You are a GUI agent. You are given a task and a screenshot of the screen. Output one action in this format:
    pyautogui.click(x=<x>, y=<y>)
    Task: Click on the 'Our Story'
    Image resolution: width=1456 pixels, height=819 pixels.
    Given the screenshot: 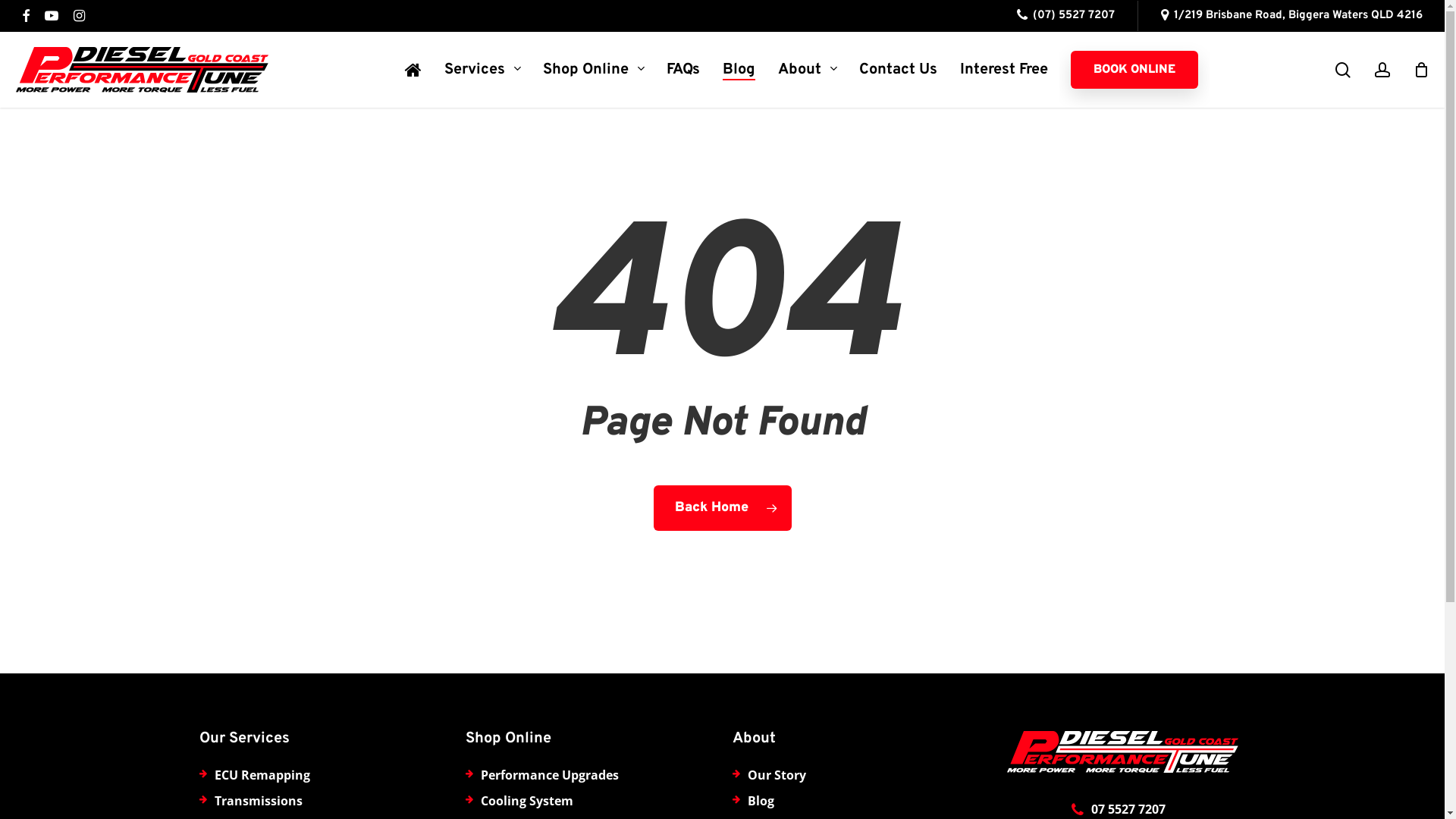 What is the action you would take?
    pyautogui.click(x=777, y=775)
    